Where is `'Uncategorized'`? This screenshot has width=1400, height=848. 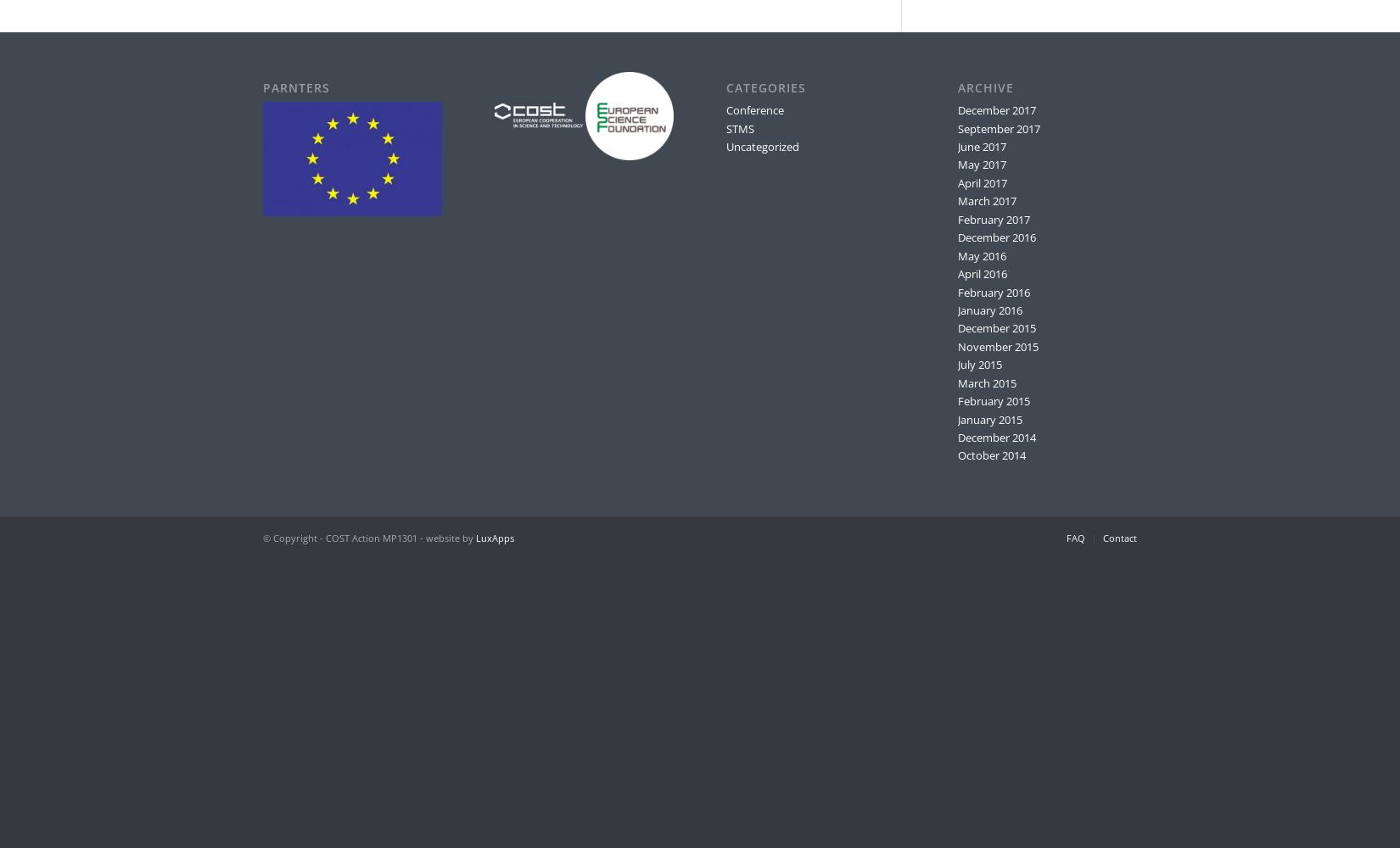 'Uncategorized' is located at coordinates (761, 147).